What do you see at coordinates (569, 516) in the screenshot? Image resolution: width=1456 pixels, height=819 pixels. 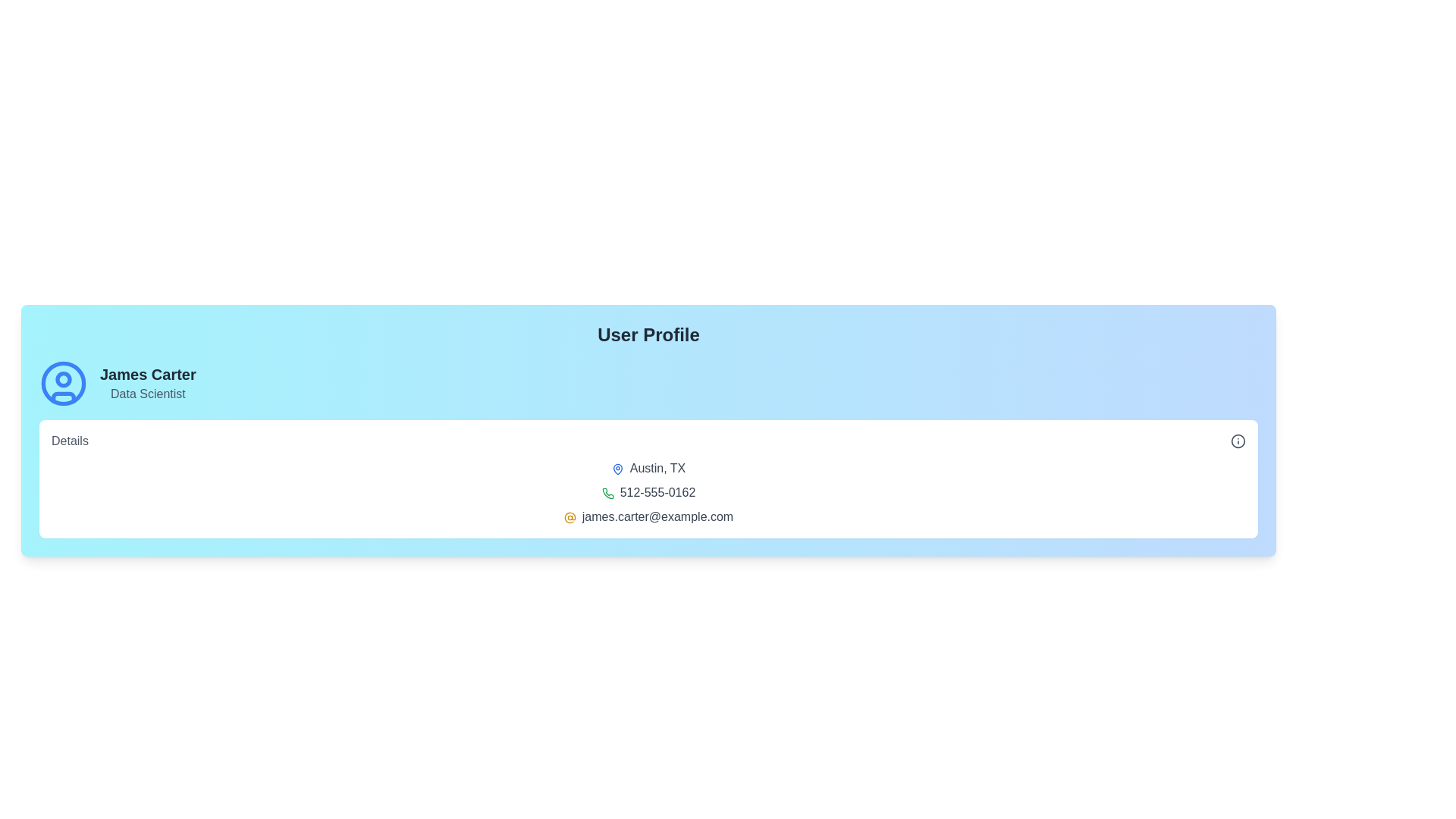 I see `the SVG icon representing the email address, which is positioned directly to the left of the text 'james.carter@example.com'` at bounding box center [569, 516].